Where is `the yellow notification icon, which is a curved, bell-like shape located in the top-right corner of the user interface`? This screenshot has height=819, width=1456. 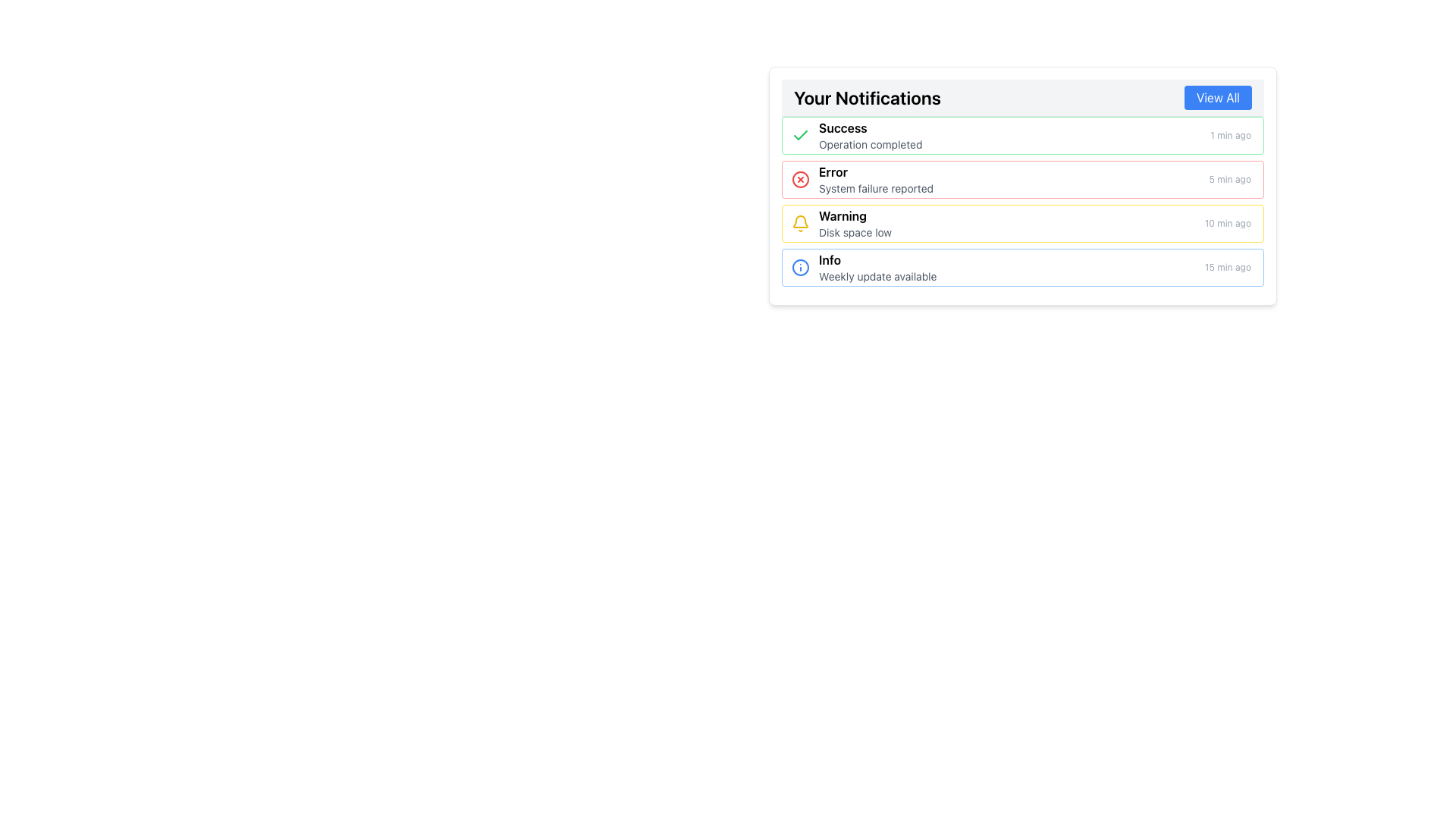 the yellow notification icon, which is a curved, bell-like shape located in the top-right corner of the user interface is located at coordinates (800, 221).